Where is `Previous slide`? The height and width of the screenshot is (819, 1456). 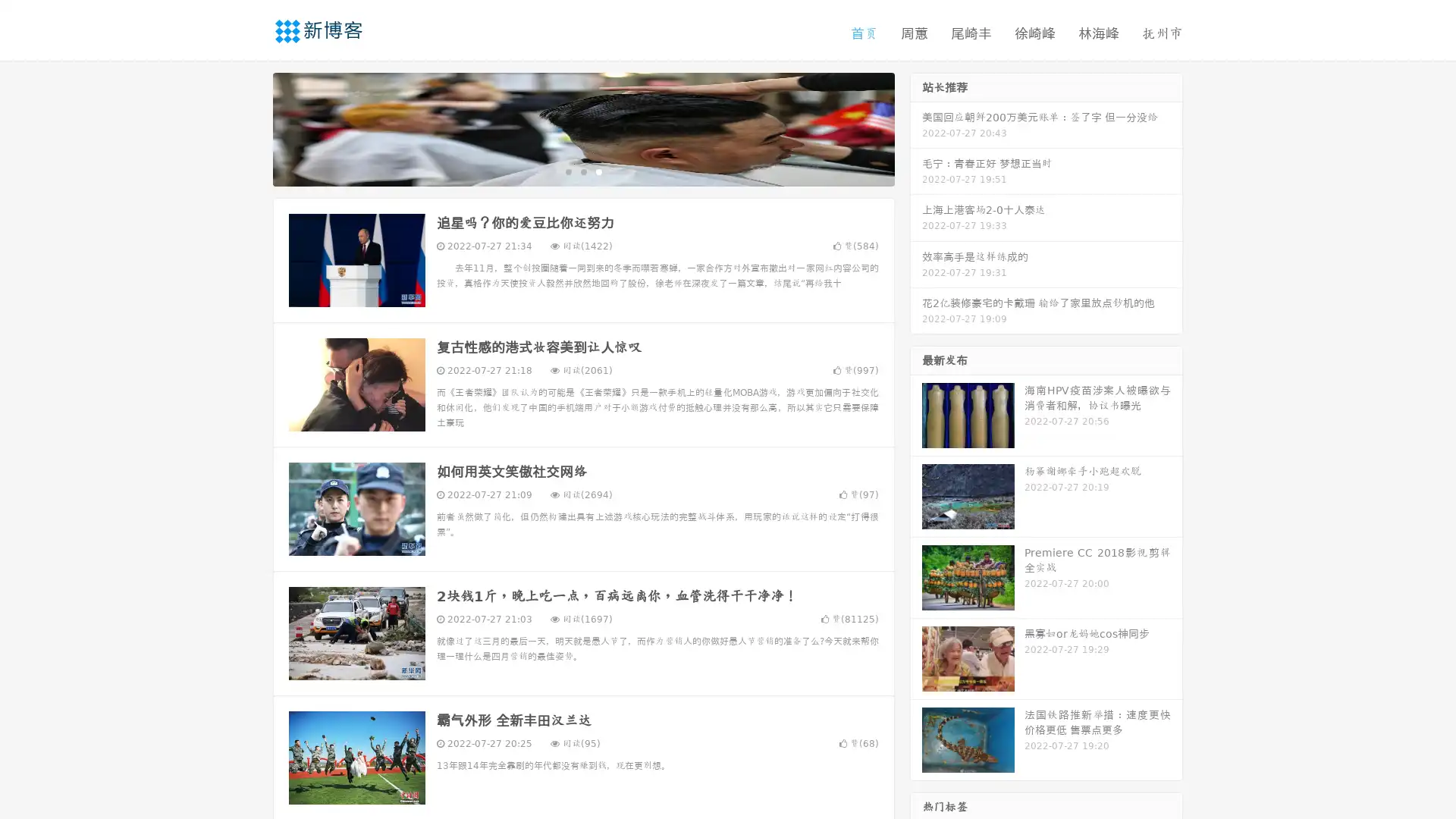
Previous slide is located at coordinates (250, 127).